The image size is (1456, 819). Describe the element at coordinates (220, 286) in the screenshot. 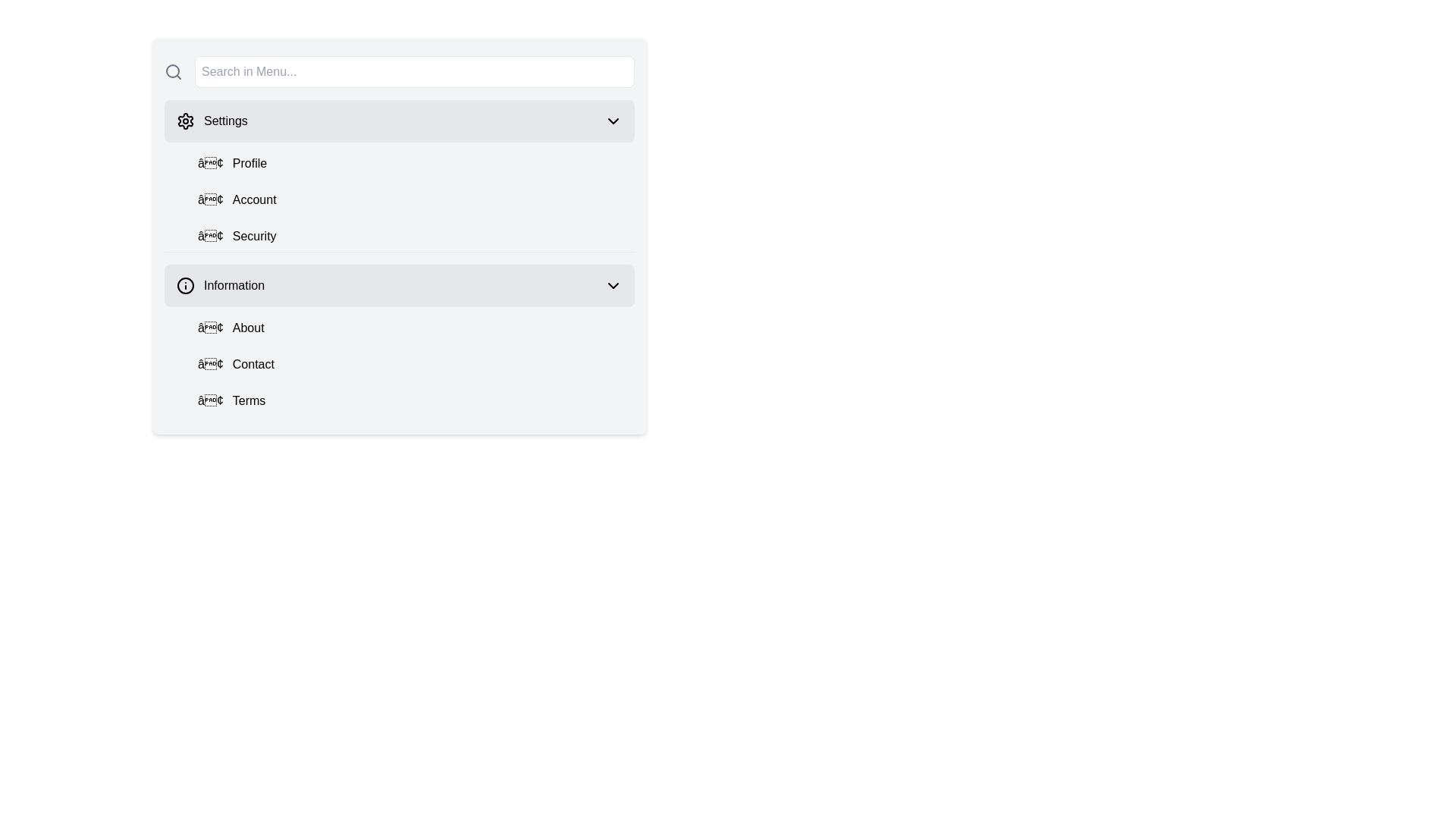

I see `the 'Information' menu item located in the left navigation panel, which is the fourth entry below 'Security' and above 'About'` at that location.